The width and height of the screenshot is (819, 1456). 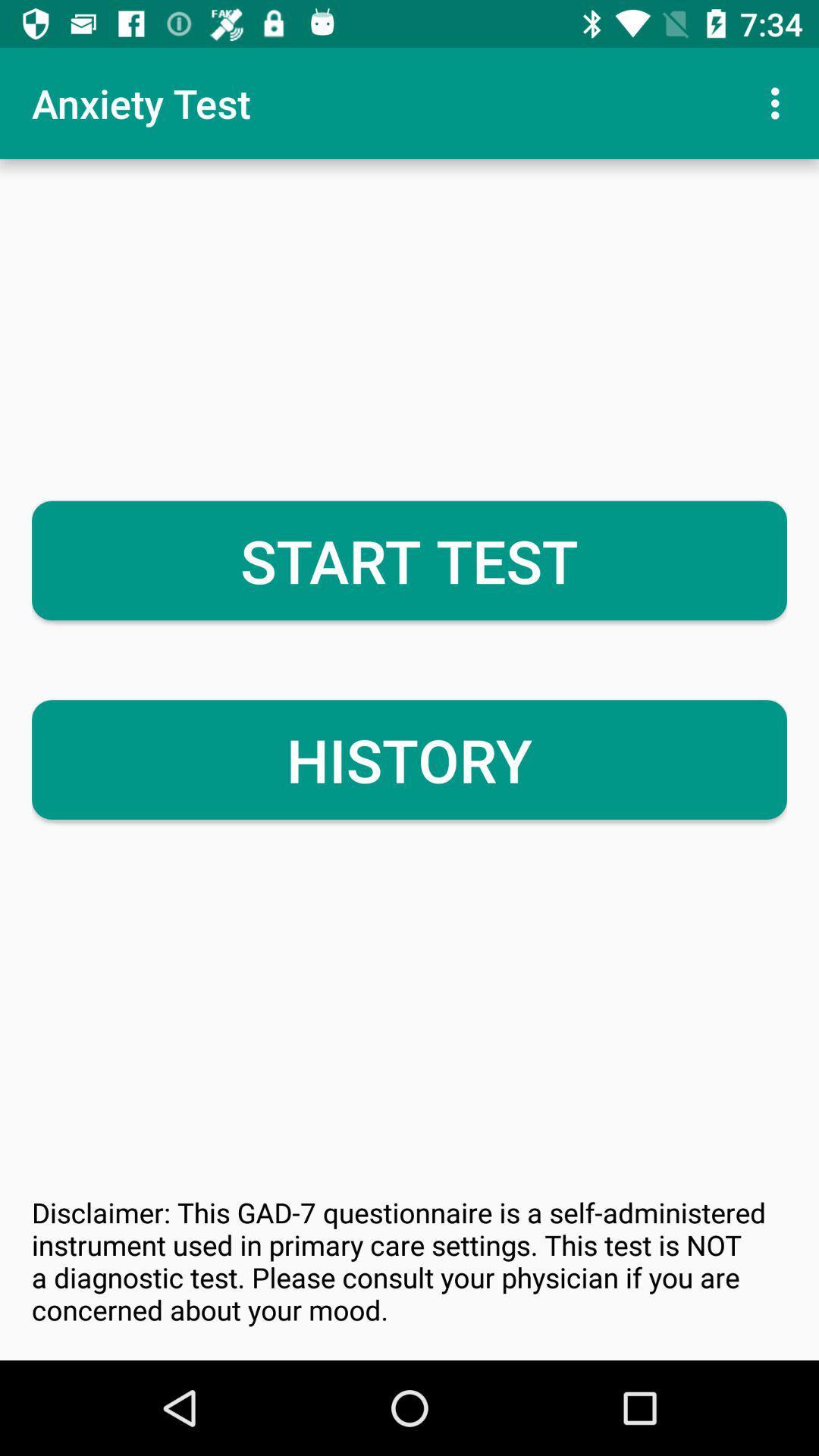 I want to click on icon above start test item, so click(x=779, y=102).